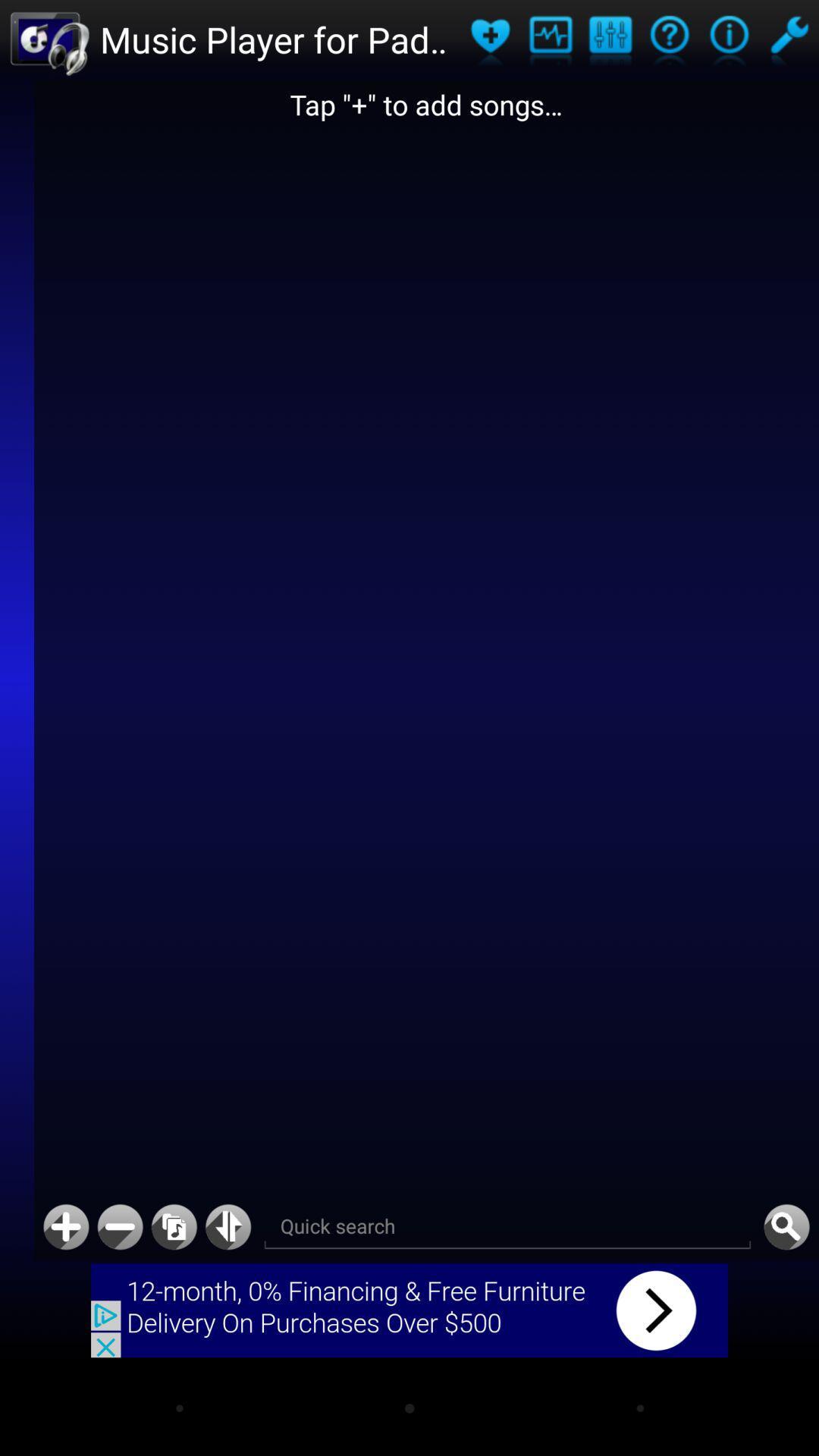  Describe the element at coordinates (490, 42) in the screenshot. I see `the favorite icon` at that location.